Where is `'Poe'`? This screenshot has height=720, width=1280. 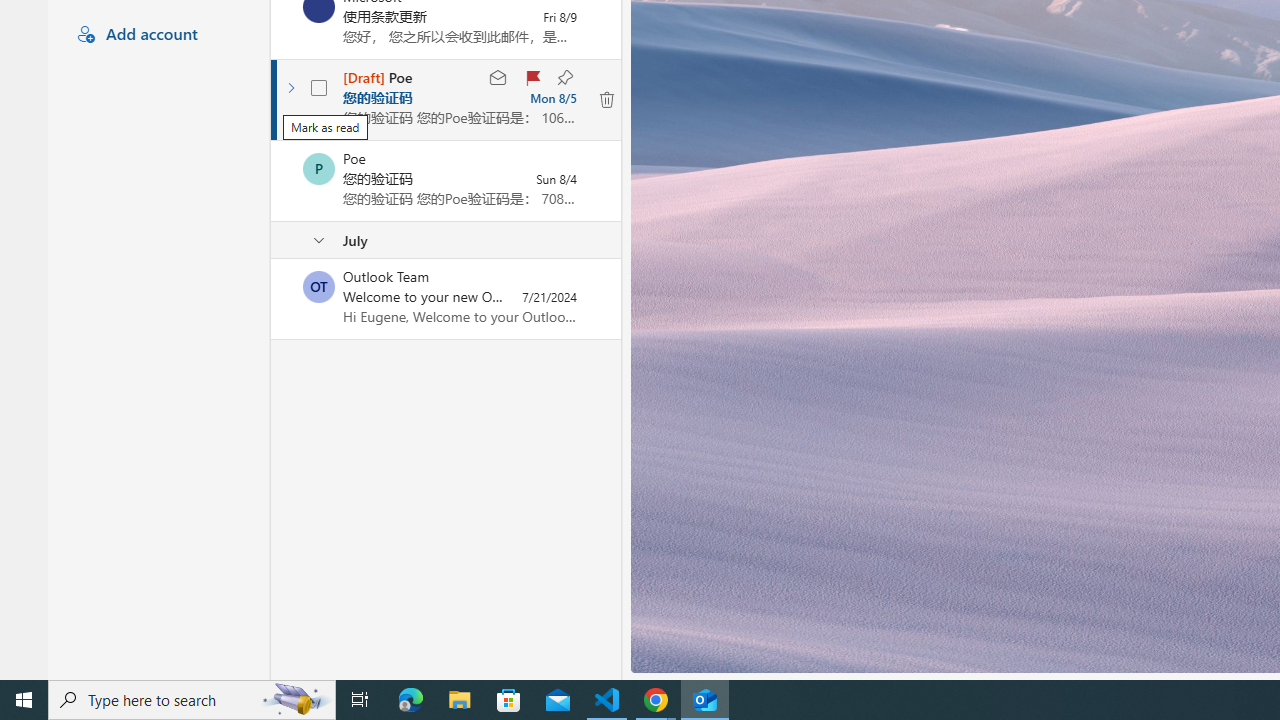
'Poe' is located at coordinates (318, 167).